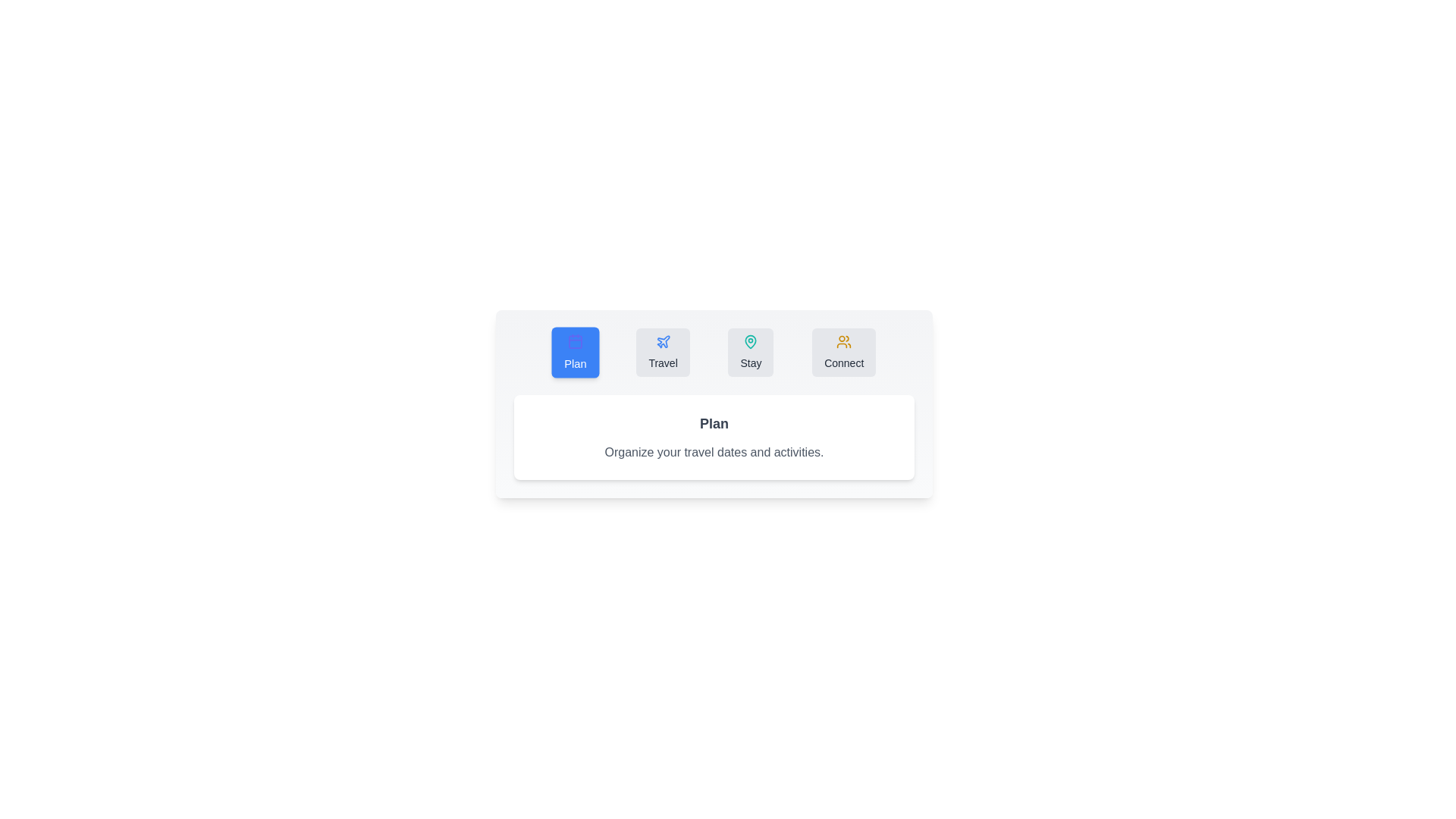 The width and height of the screenshot is (1456, 819). What do you see at coordinates (574, 353) in the screenshot?
I see `the Plan tab to navigate to its content` at bounding box center [574, 353].